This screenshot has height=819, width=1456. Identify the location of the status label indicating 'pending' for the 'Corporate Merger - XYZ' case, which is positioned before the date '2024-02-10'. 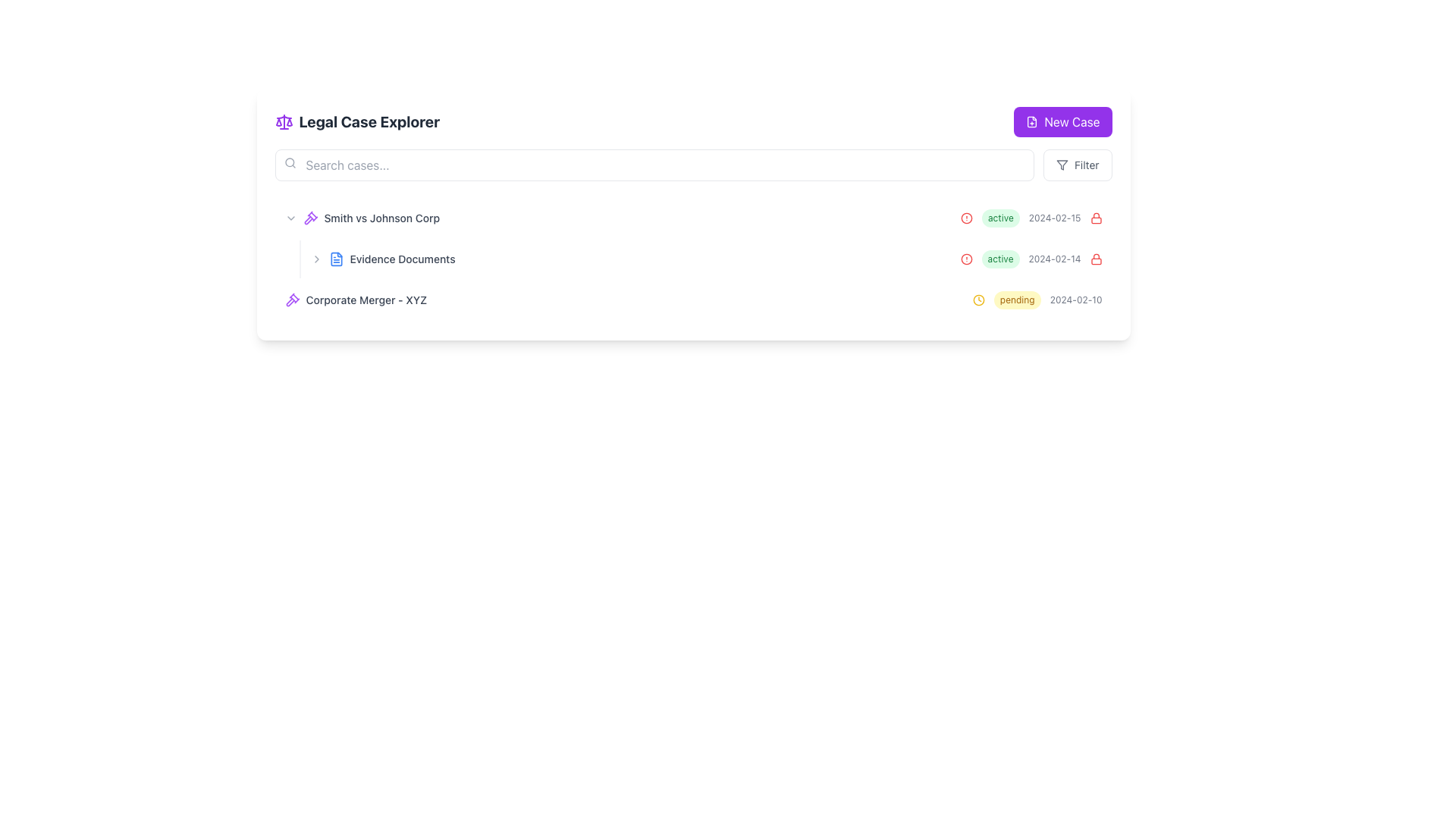
(1017, 300).